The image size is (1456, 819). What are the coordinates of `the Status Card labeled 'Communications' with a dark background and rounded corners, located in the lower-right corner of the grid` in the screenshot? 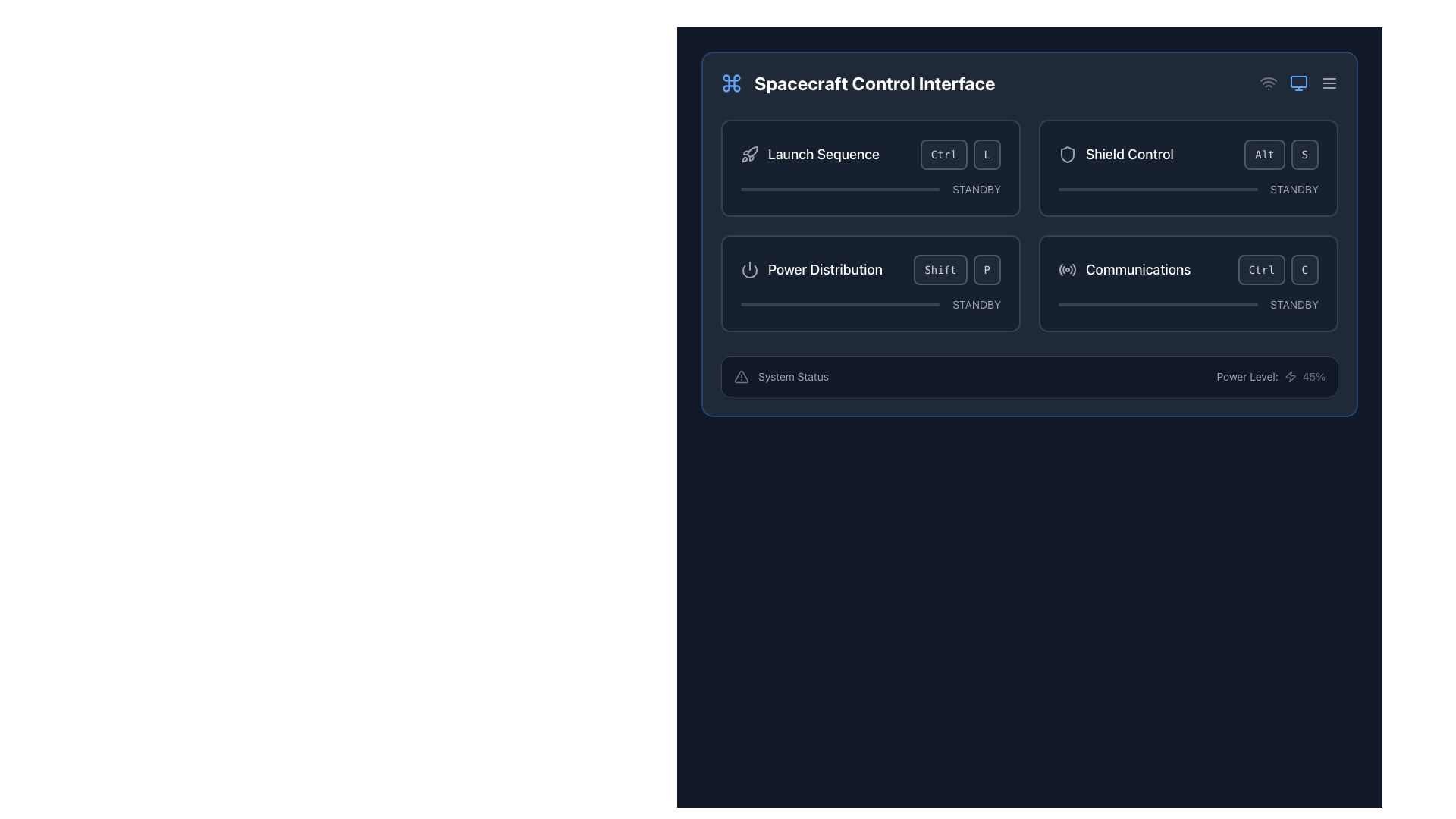 It's located at (1188, 284).